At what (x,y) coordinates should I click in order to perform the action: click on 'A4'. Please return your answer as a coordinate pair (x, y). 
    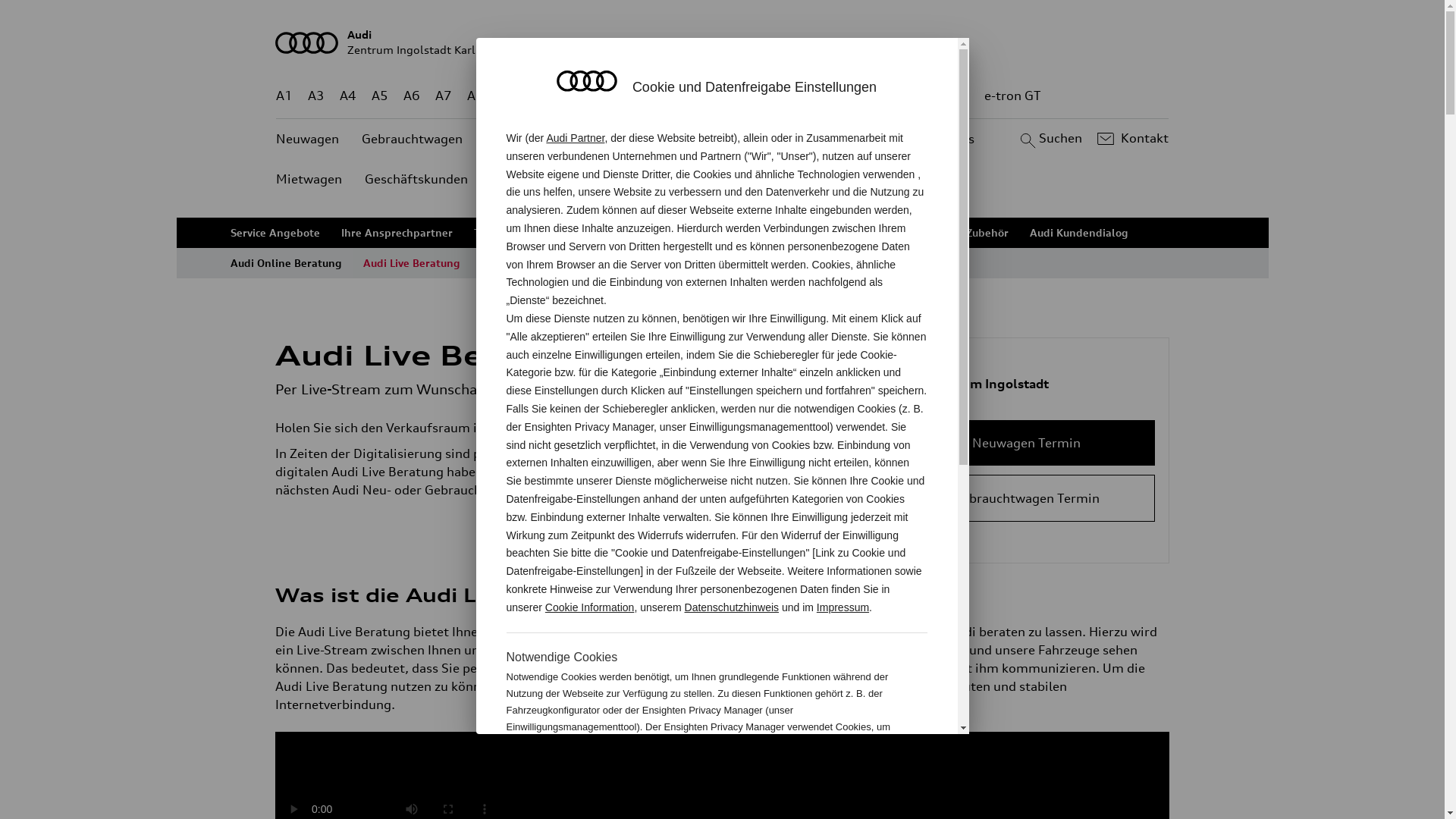
    Looking at the image, I should click on (347, 96).